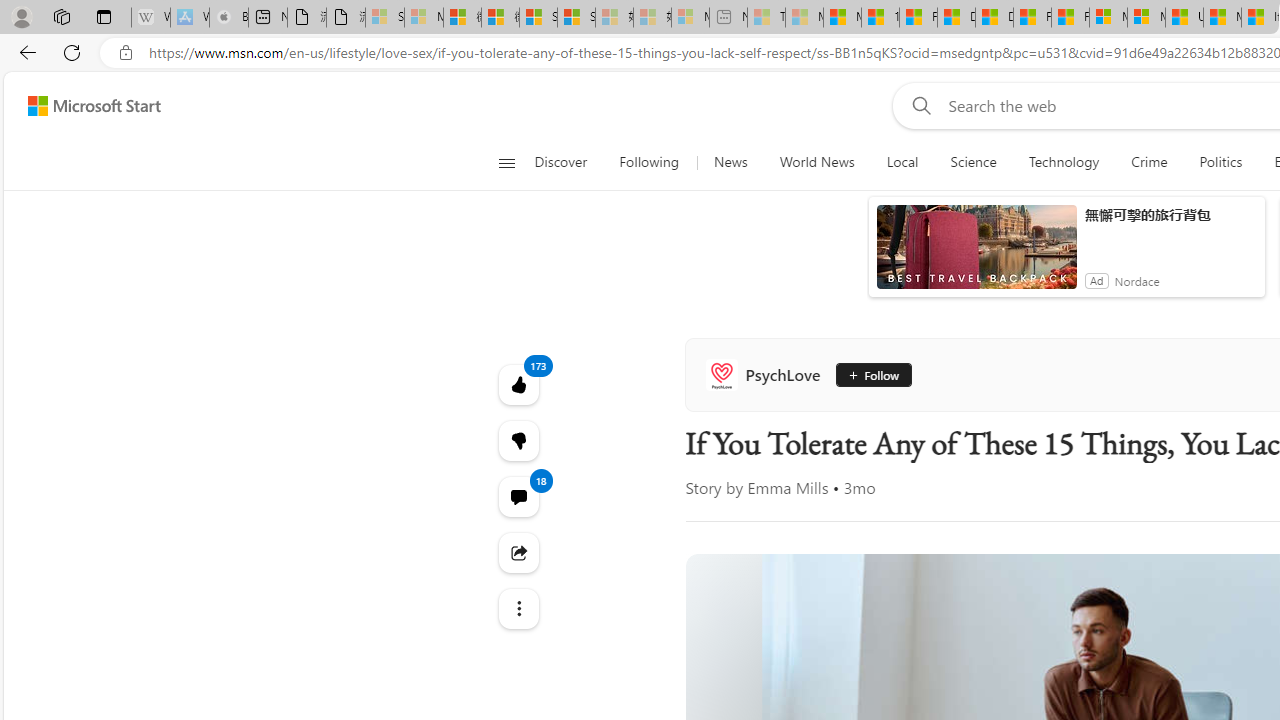 The height and width of the screenshot is (720, 1280). I want to click on 'Class: button-glyph', so click(506, 162).